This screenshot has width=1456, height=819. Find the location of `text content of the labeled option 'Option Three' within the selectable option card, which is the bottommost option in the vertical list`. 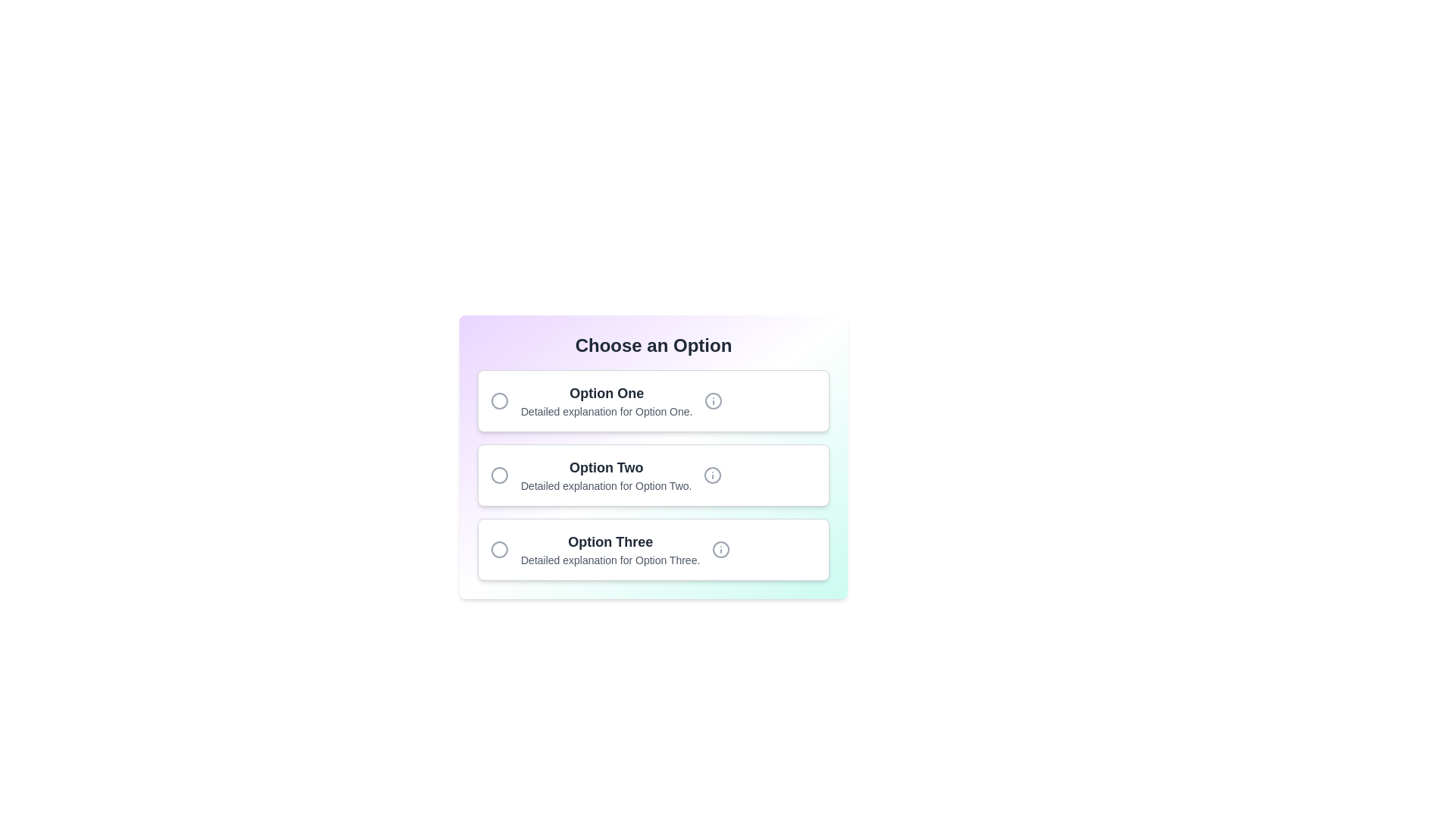

text content of the labeled option 'Option Three' within the selectable option card, which is the bottommost option in the vertical list is located at coordinates (610, 550).